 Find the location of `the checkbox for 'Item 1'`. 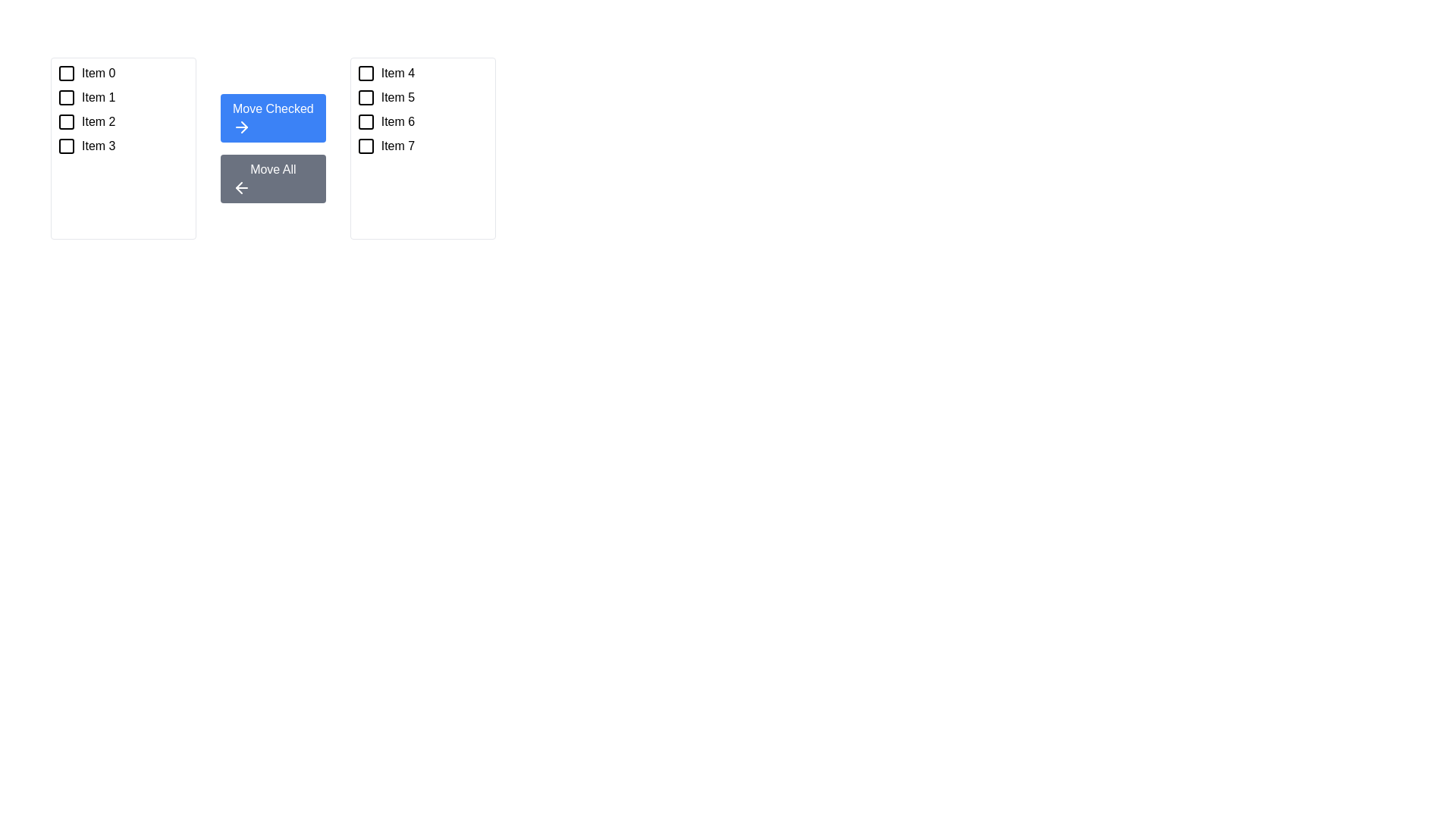

the checkbox for 'Item 1' is located at coordinates (65, 97).